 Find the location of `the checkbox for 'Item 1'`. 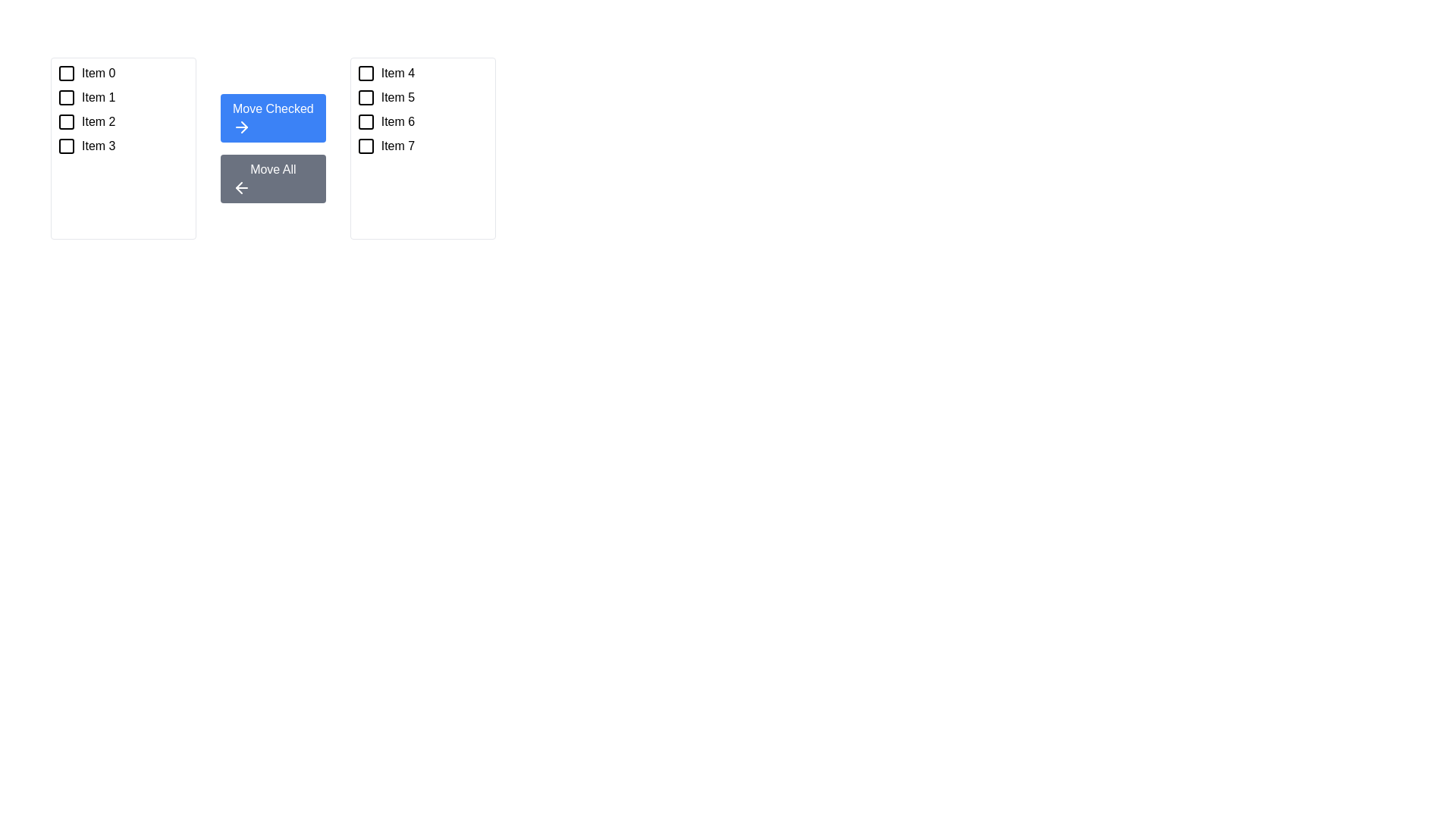

the checkbox for 'Item 1' is located at coordinates (65, 97).